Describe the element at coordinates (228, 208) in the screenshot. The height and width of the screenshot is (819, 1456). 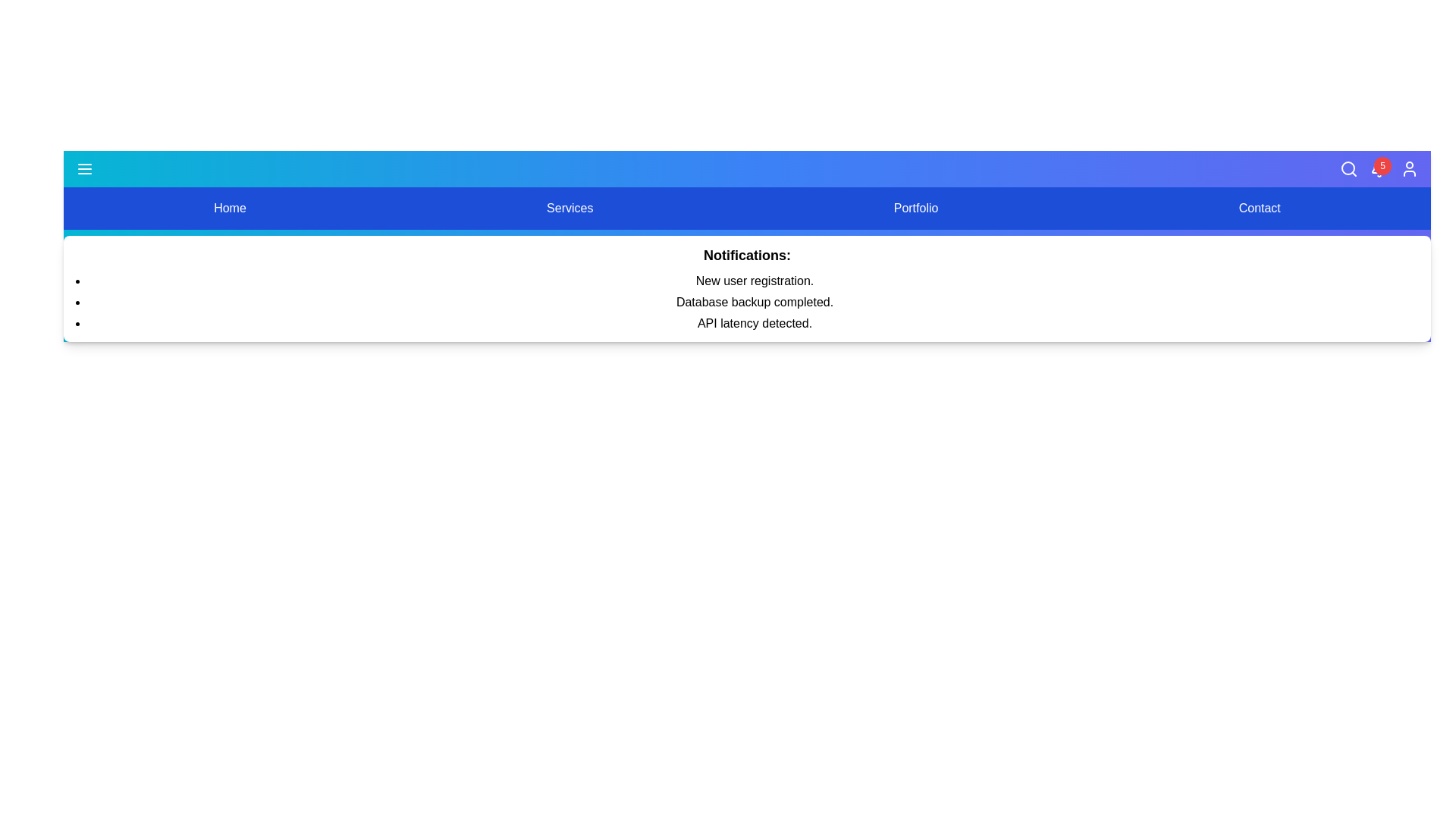
I see `the menu option Home by clicking on it` at that location.